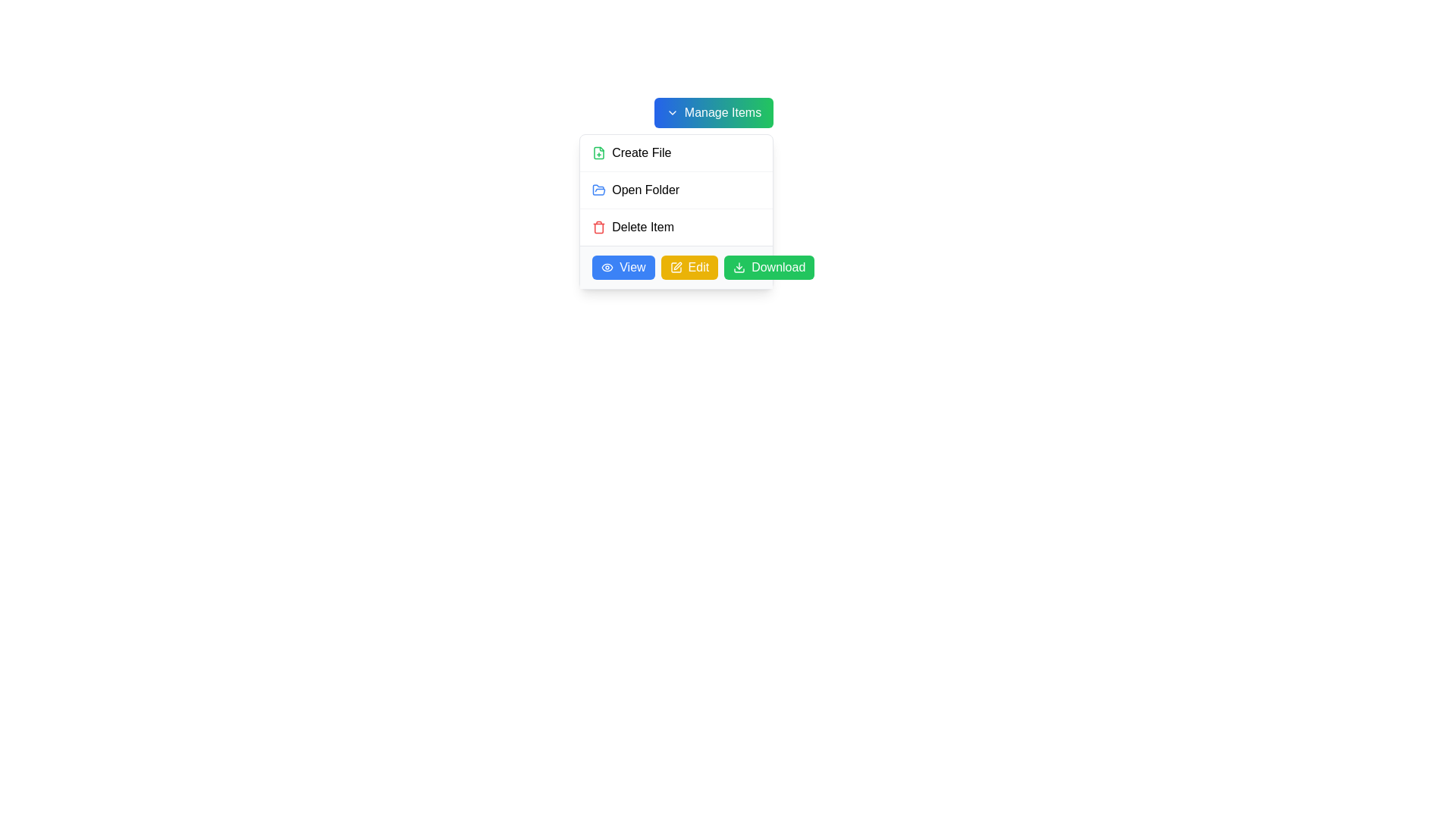 Image resolution: width=1456 pixels, height=819 pixels. What do you see at coordinates (598, 189) in the screenshot?
I see `the 'Open Folder' graphical icon, which is a modern icon depicted as an open folder in vibrant colors, located within the dropdown menu under the 'Manage Items' button` at bounding box center [598, 189].